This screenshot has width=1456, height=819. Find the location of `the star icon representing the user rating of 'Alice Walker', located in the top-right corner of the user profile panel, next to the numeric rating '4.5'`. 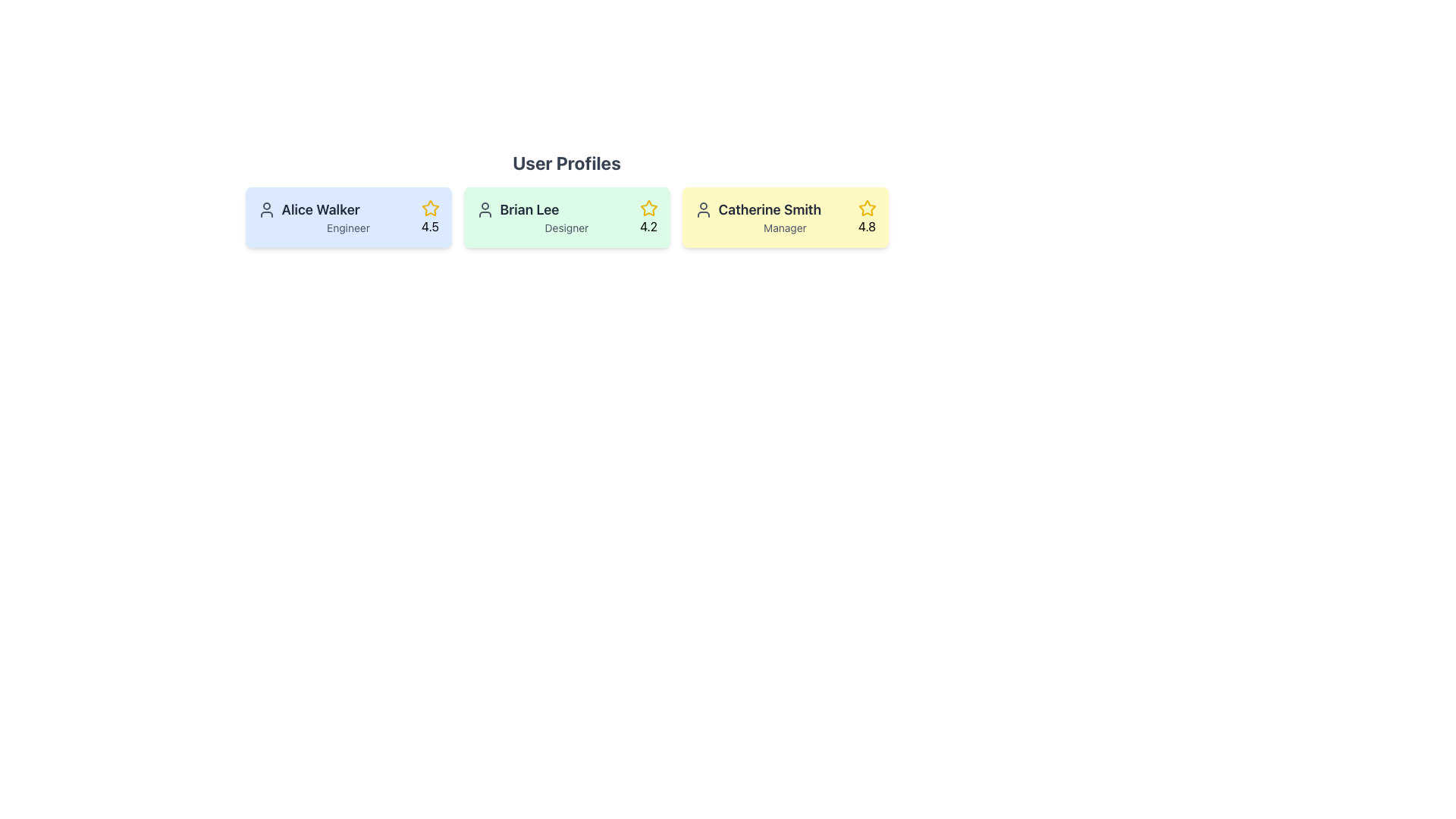

the star icon representing the user rating of 'Alice Walker', located in the top-right corner of the user profile panel, next to the numeric rating '4.5' is located at coordinates (429, 208).